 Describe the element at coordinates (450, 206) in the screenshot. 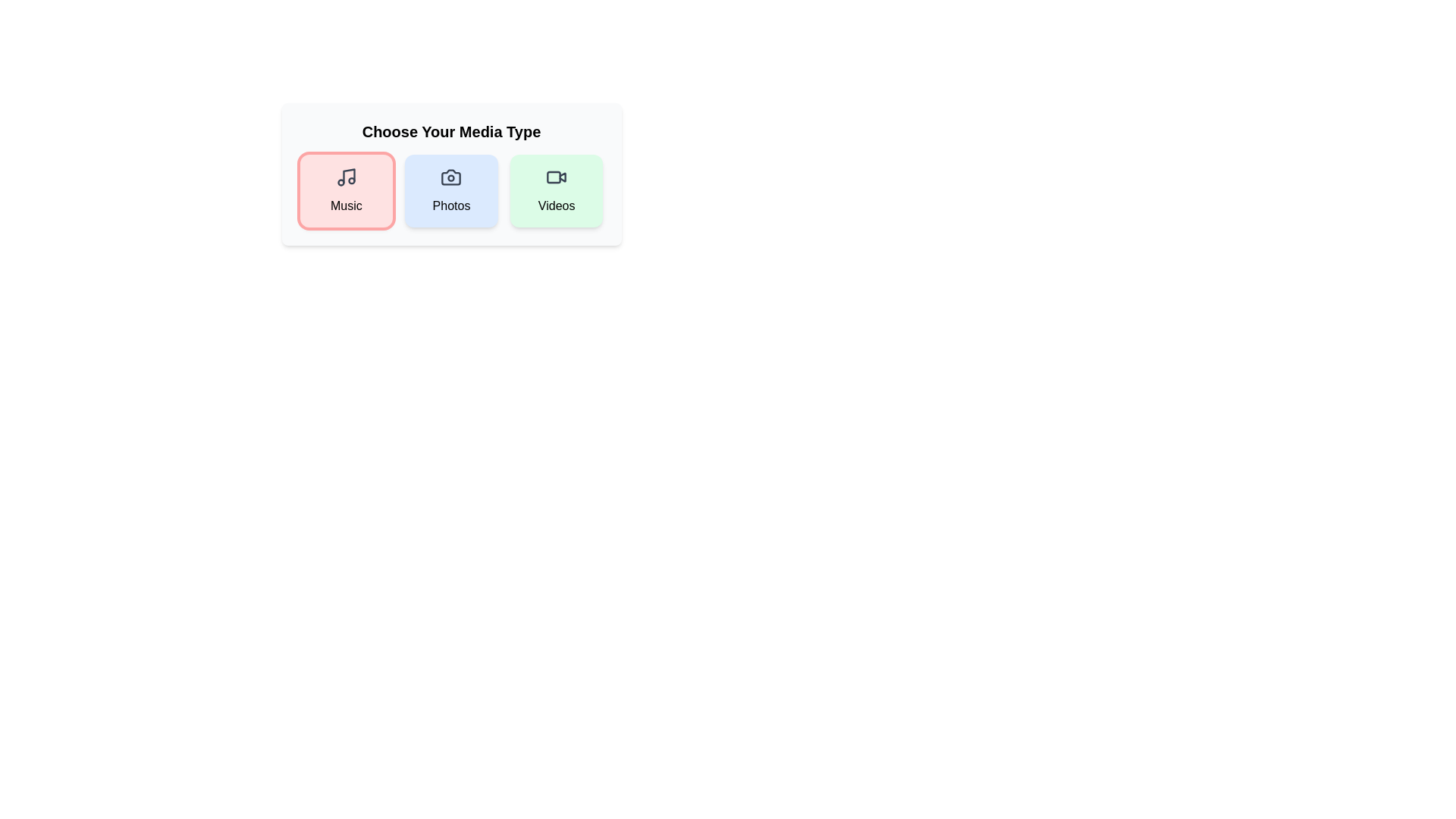

I see `the 'Photos' label, which is a medium-sized text label centered horizontally beneath a camera icon in a rounded rectangular card, positioned in the center of a three-card layout` at that location.